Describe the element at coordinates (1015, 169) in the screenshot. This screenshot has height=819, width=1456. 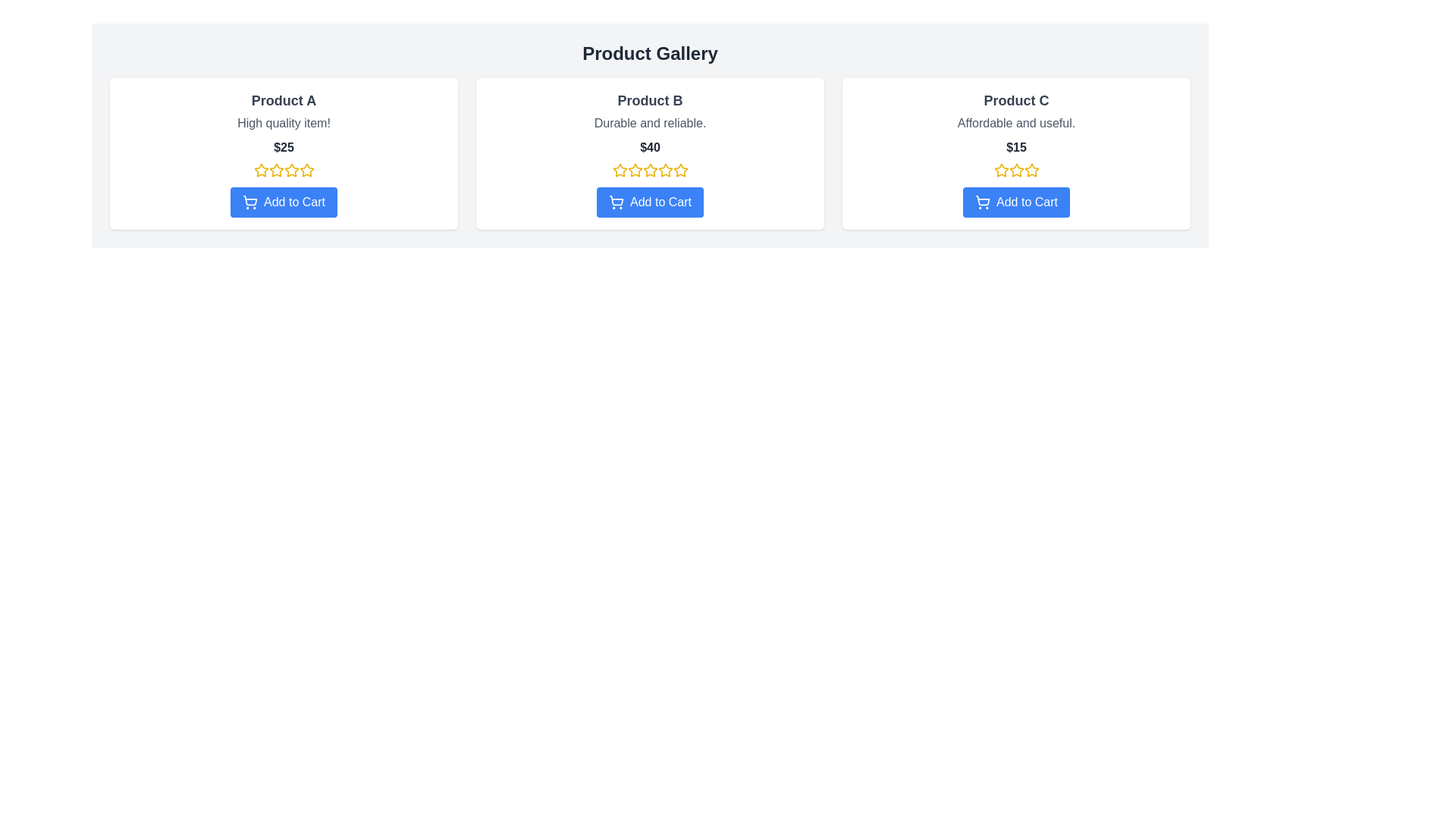
I see `the third golden star icon` at that location.